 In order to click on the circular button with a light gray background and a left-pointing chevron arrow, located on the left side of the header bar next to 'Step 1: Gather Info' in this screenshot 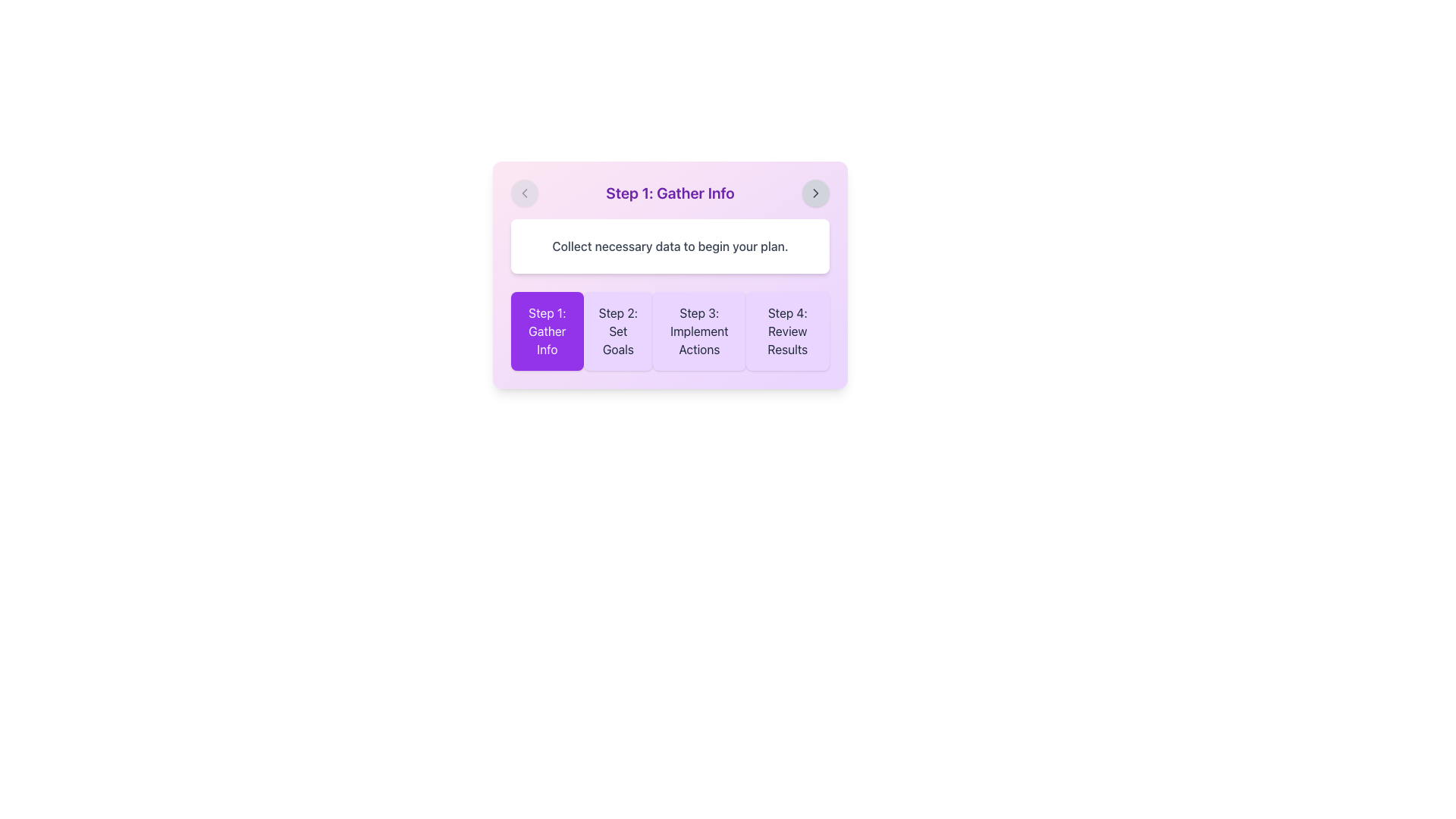, I will do `click(524, 192)`.